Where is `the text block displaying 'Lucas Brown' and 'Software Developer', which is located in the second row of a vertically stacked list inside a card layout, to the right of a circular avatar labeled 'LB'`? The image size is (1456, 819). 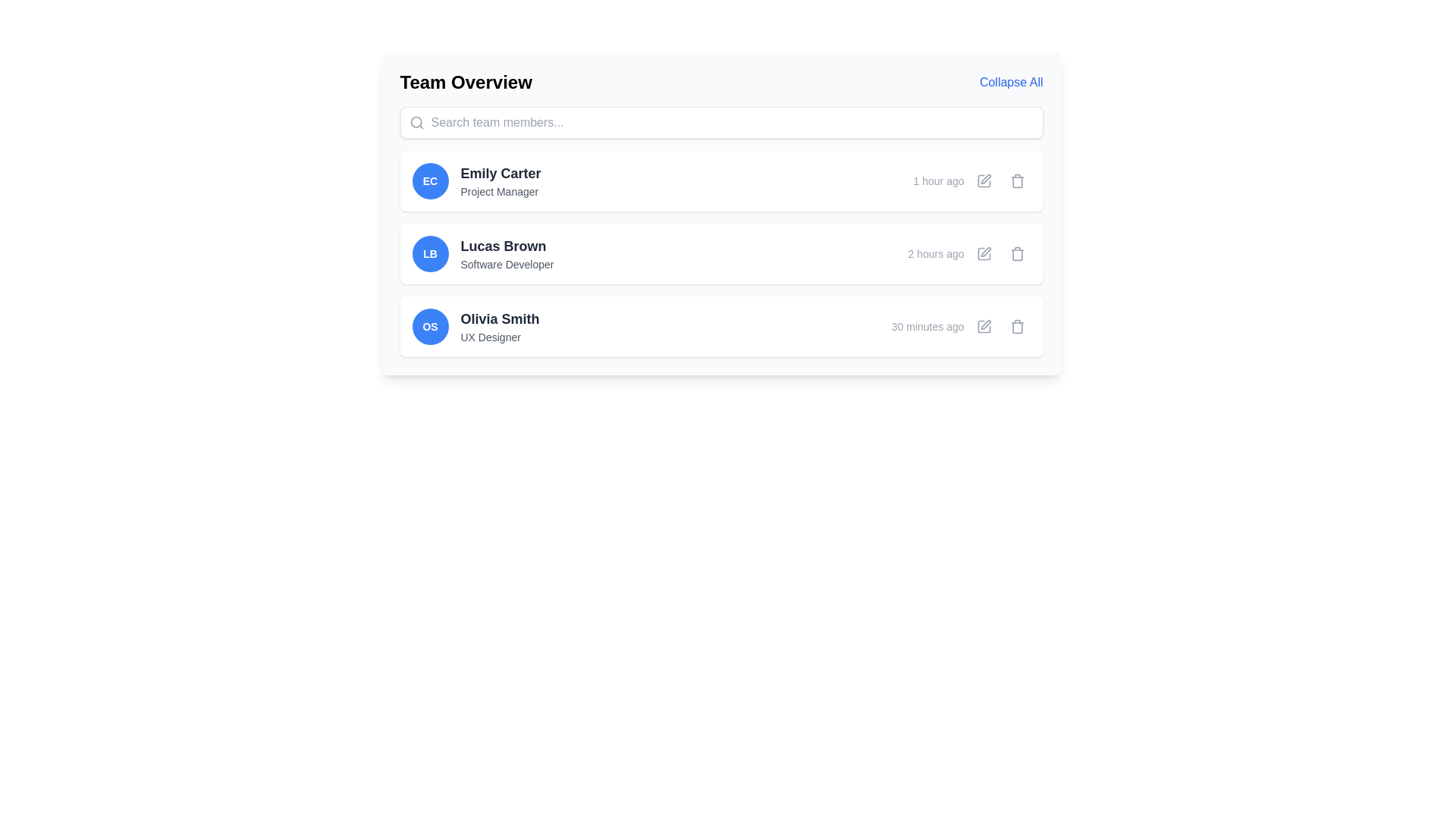 the text block displaying 'Lucas Brown' and 'Software Developer', which is located in the second row of a vertically stacked list inside a card layout, to the right of a circular avatar labeled 'LB' is located at coordinates (507, 253).